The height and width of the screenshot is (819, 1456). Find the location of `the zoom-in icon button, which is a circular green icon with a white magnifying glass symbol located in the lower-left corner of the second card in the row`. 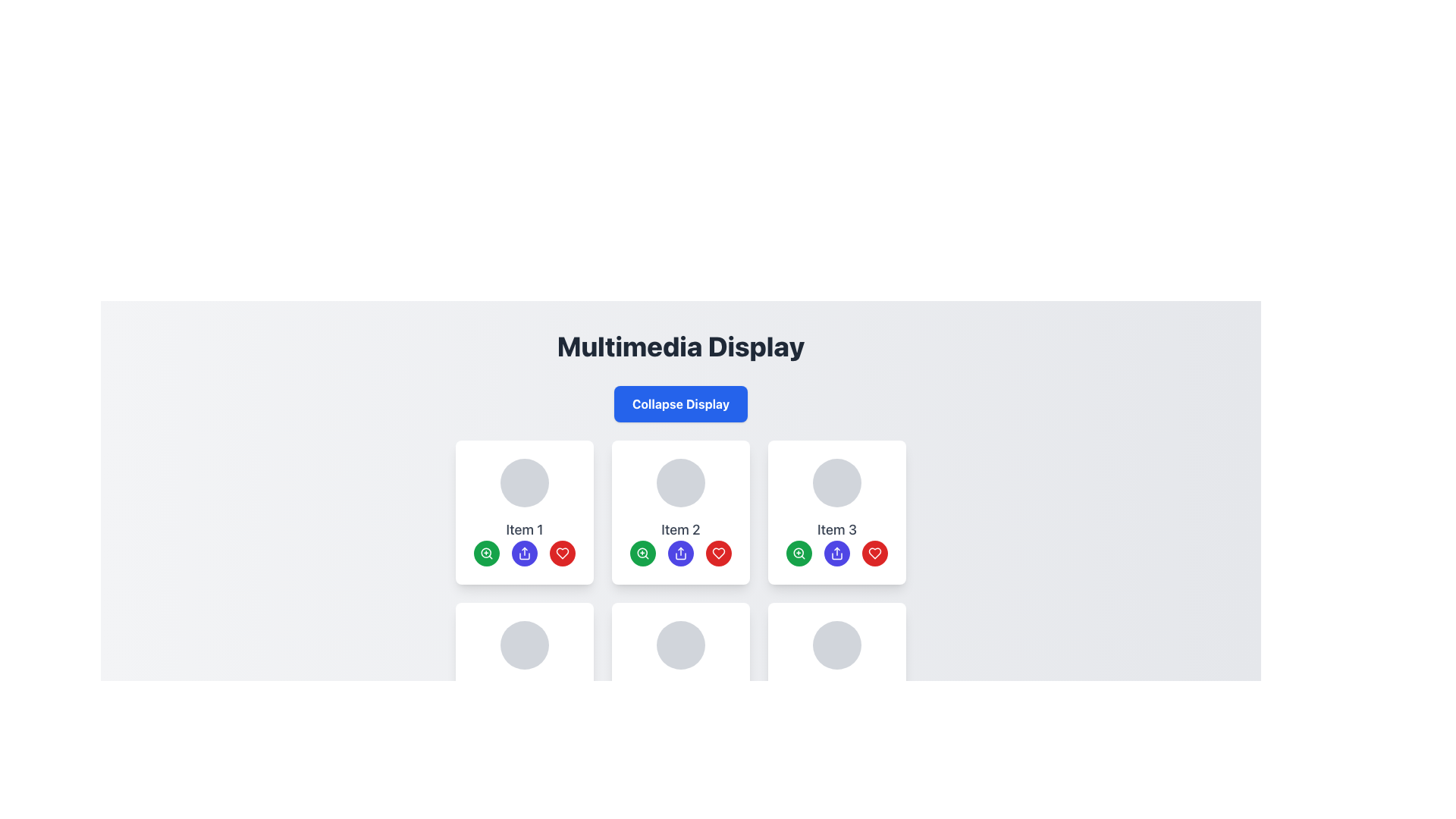

the zoom-in icon button, which is a circular green icon with a white magnifying glass symbol located in the lower-left corner of the second card in the row is located at coordinates (642, 553).